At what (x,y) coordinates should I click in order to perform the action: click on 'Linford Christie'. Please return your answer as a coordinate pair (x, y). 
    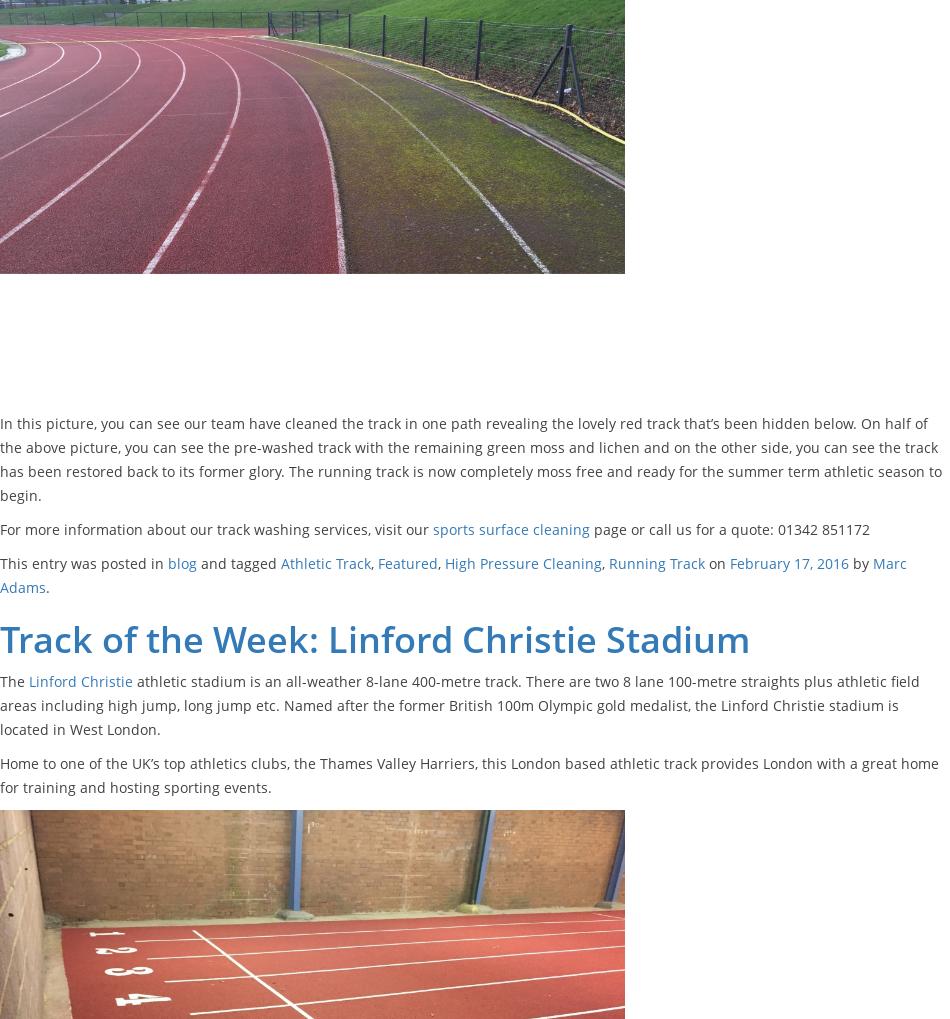
    Looking at the image, I should click on (81, 679).